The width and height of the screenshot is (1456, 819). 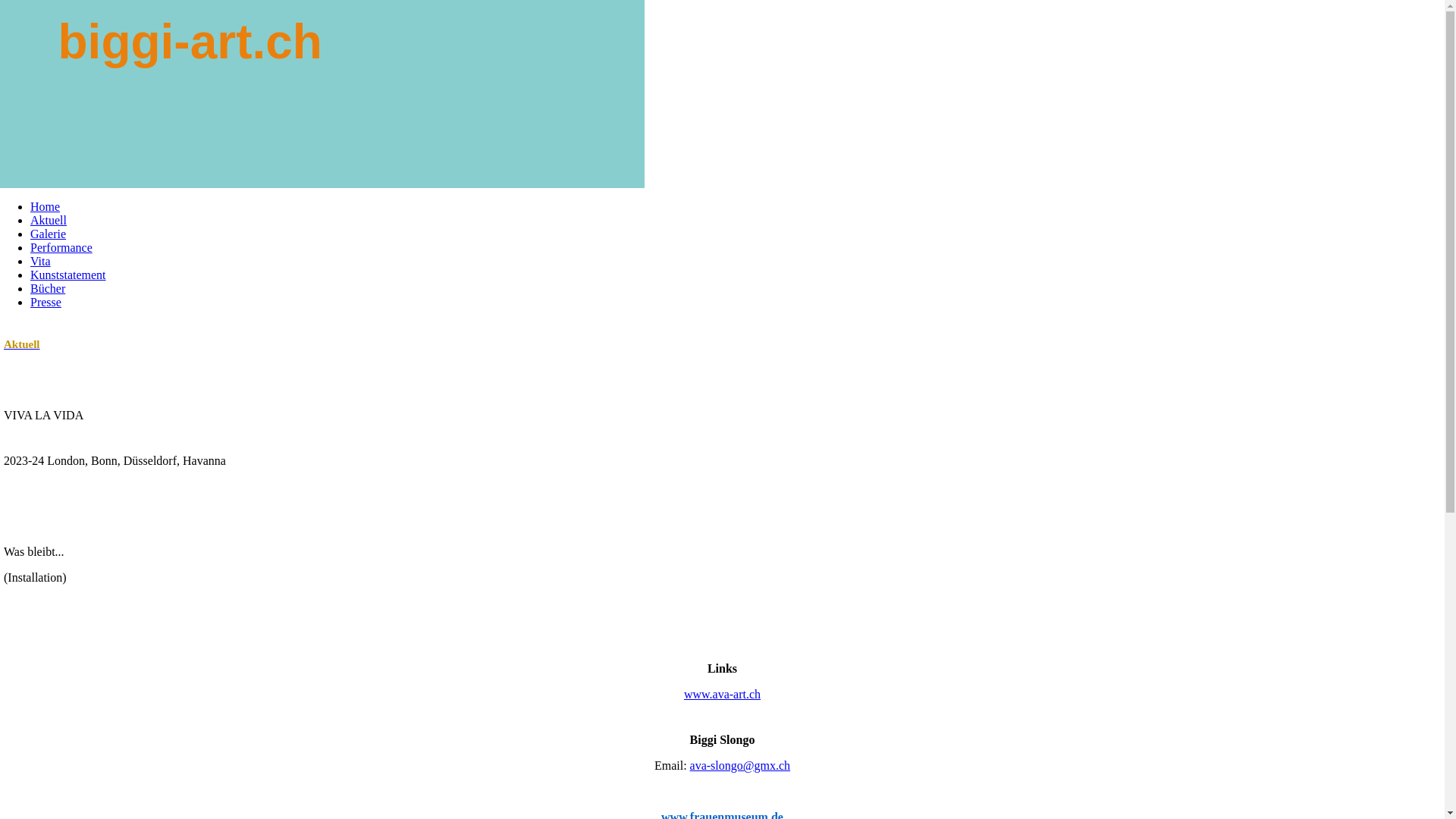 I want to click on 'Galerie', so click(x=48, y=234).